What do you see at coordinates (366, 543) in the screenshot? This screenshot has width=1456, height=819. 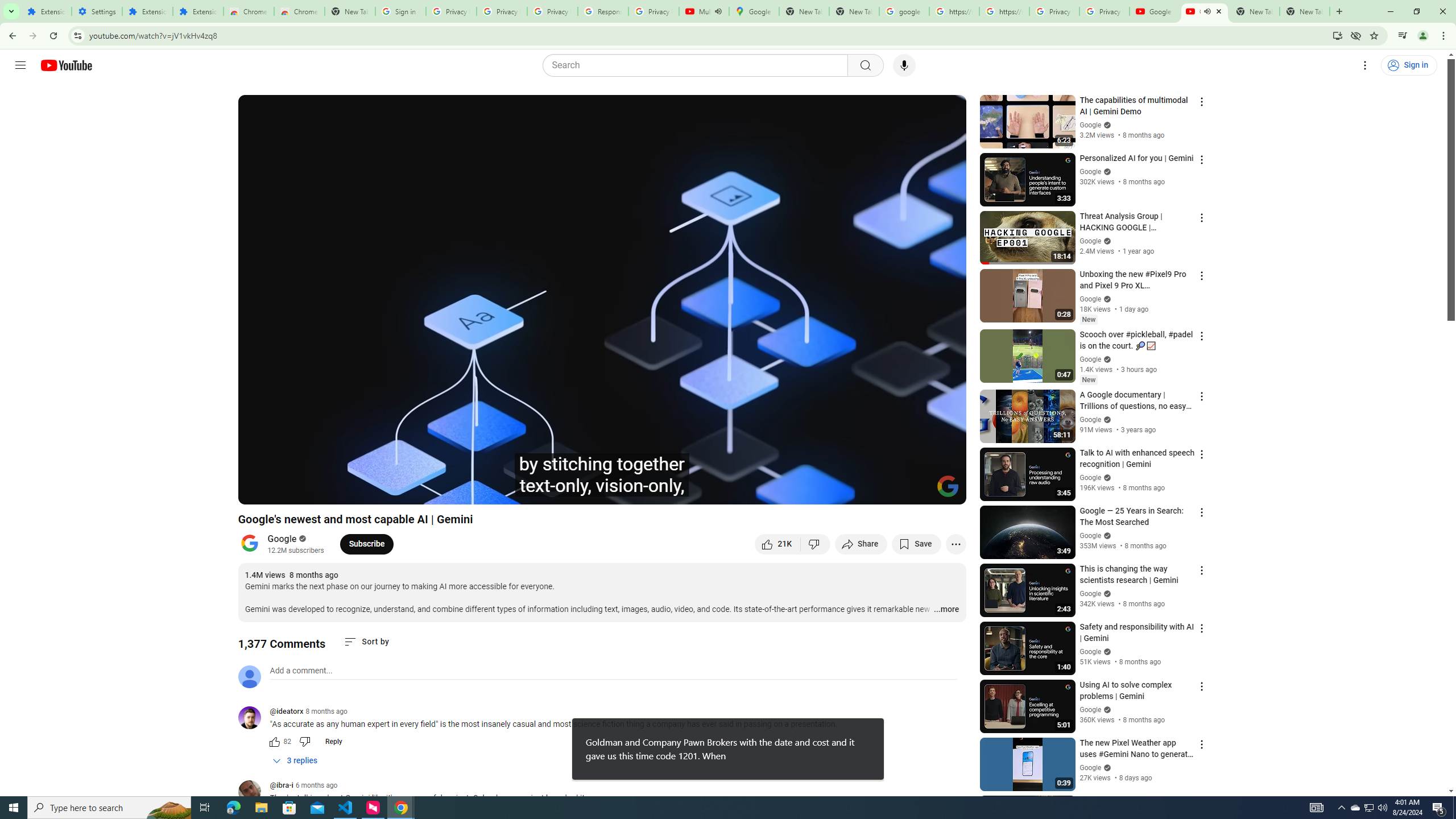 I see `'Subscribe to Google.'` at bounding box center [366, 543].